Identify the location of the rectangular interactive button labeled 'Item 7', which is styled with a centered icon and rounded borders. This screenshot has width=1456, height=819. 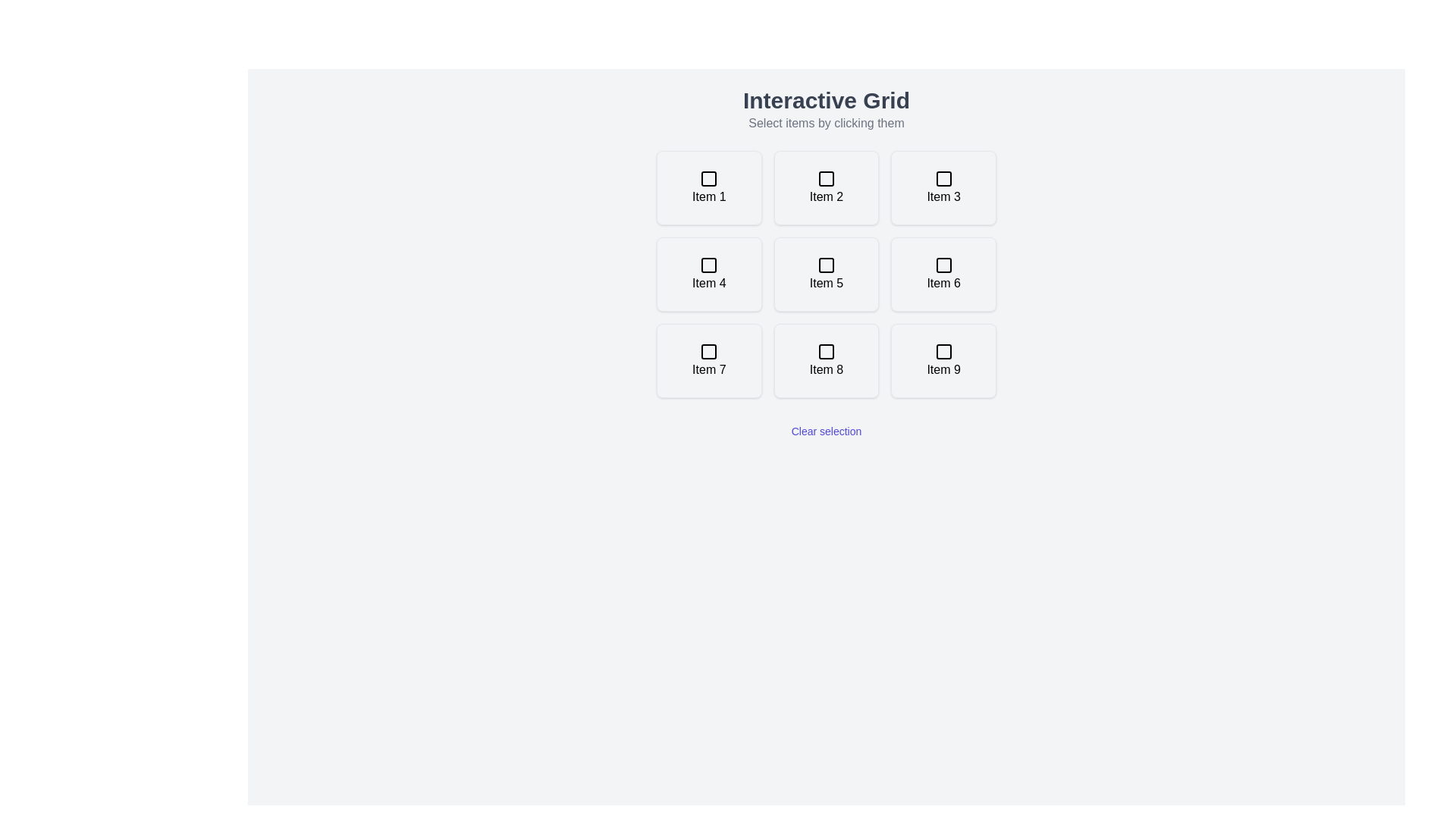
(708, 360).